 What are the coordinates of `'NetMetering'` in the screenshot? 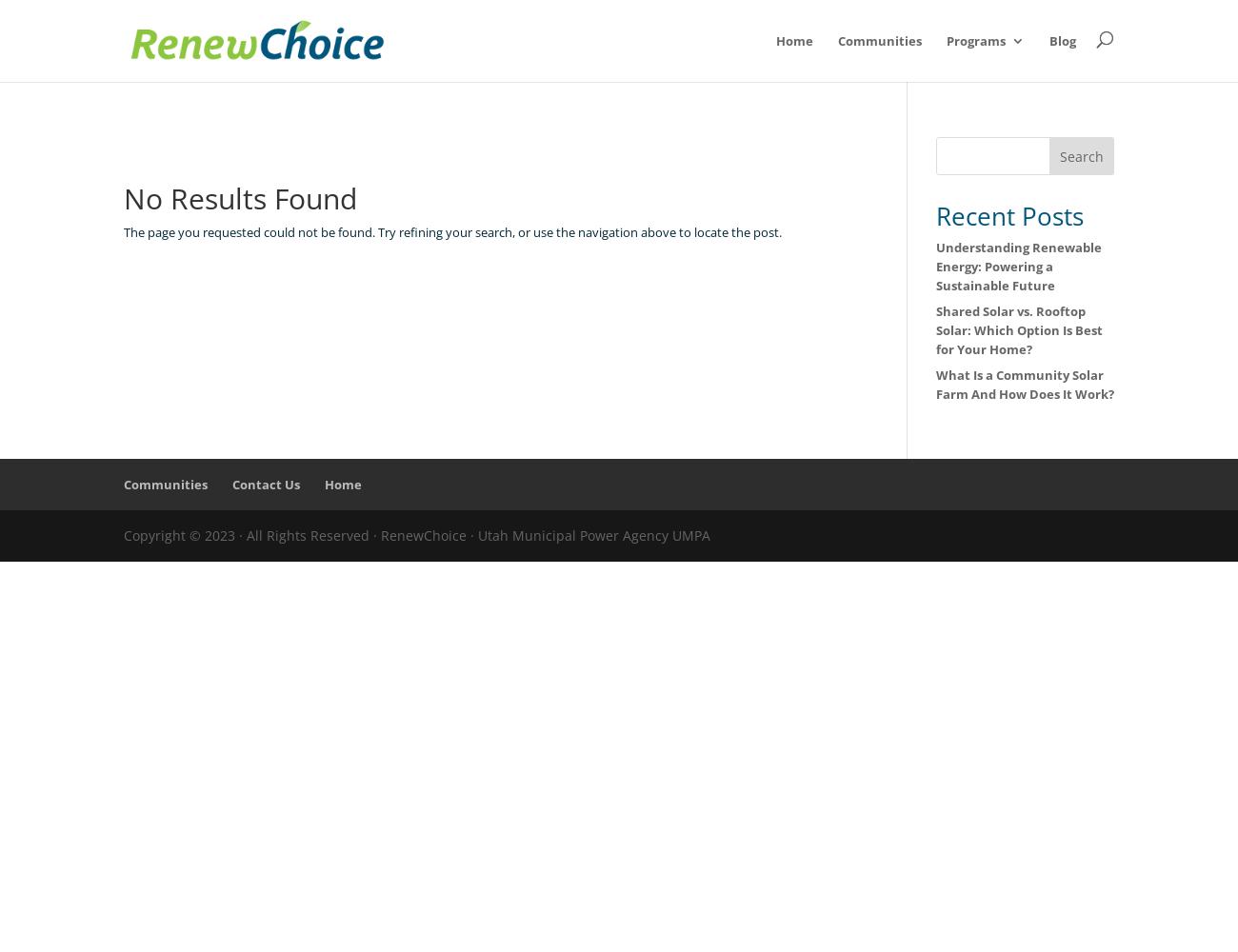 It's located at (1026, 240).